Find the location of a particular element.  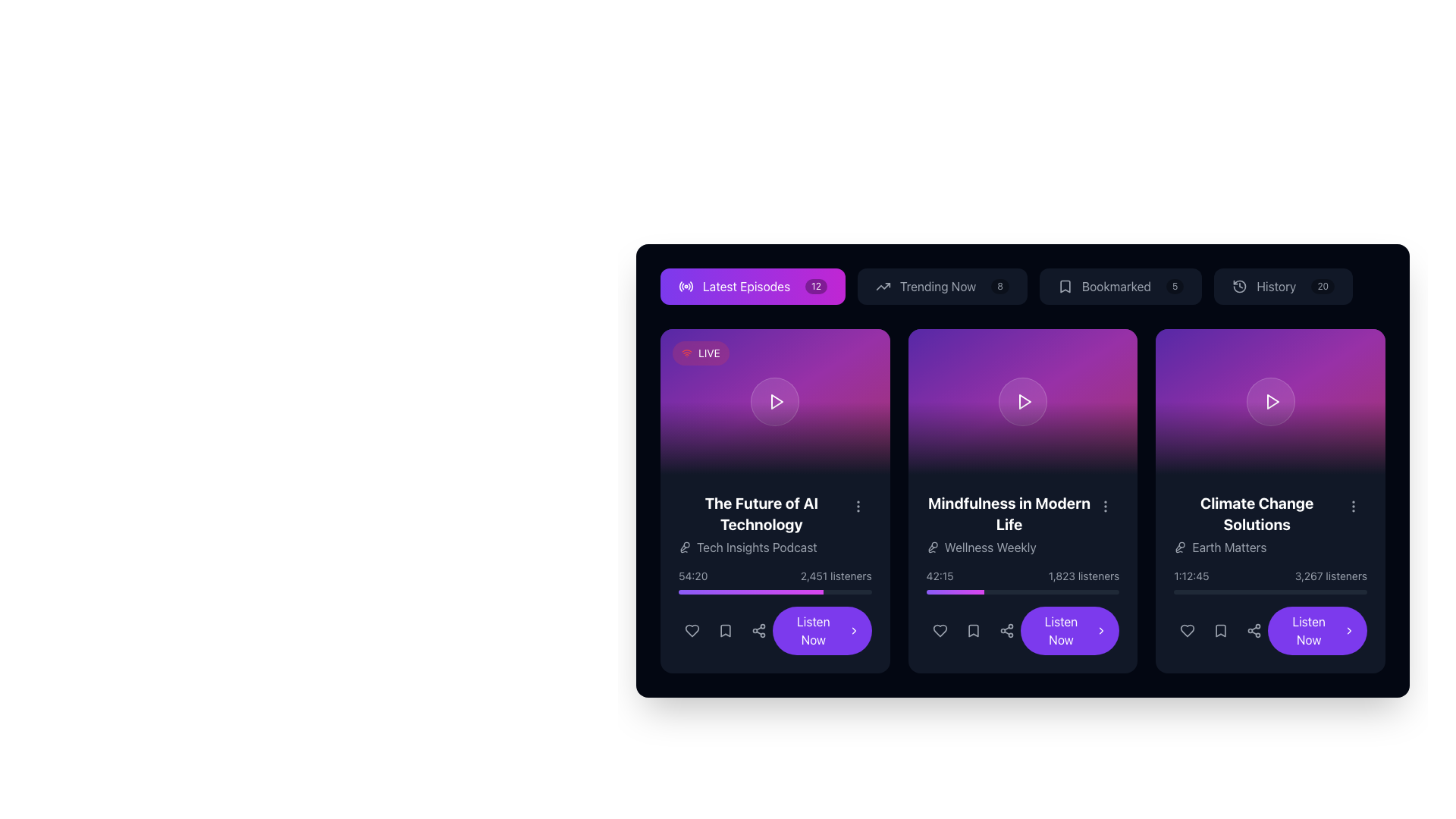

progress is located at coordinates (966, 591).